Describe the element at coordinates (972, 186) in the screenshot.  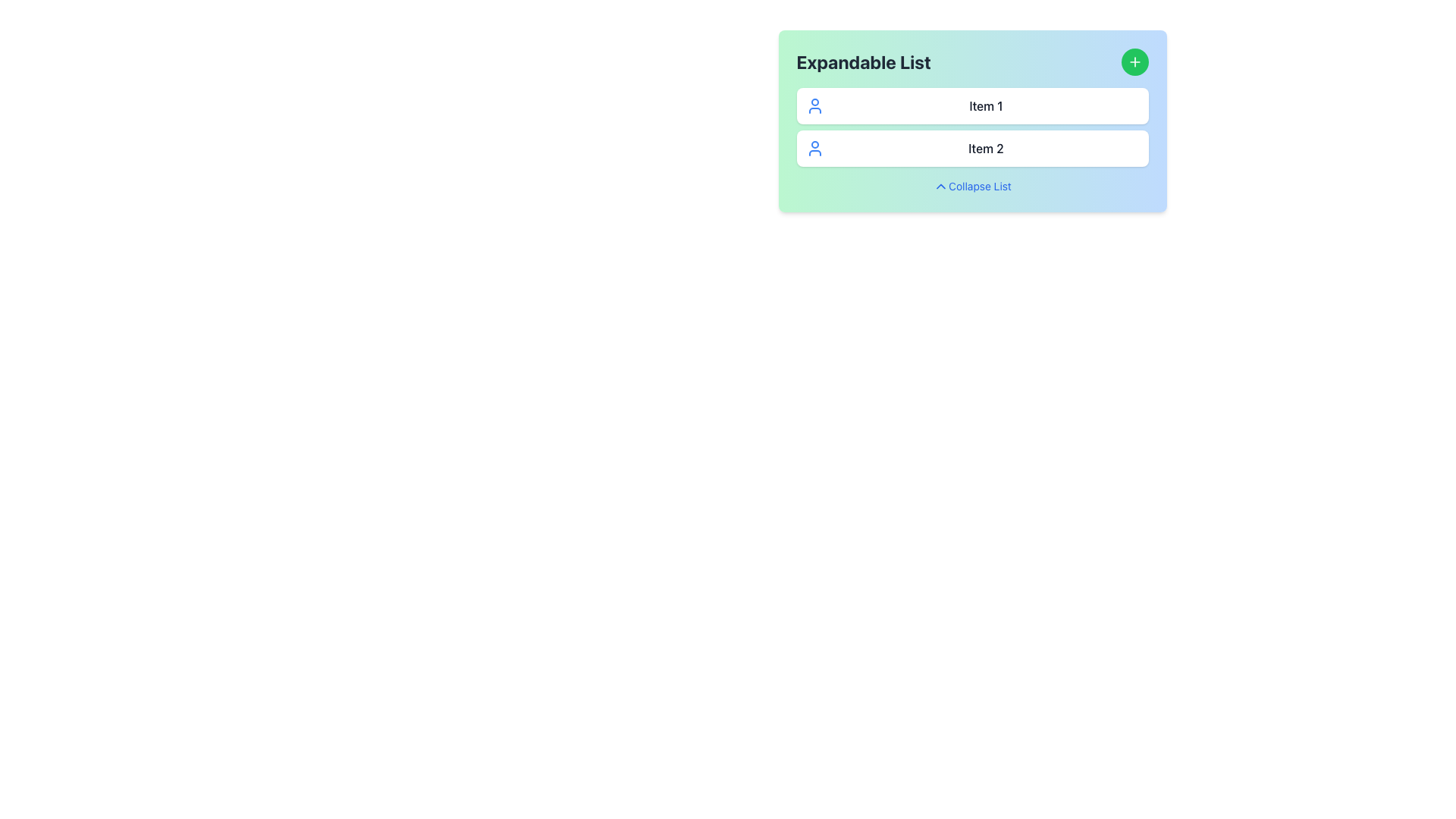
I see `the clickable text link labeled 'Collapse List' with an upward arrow icon` at that location.